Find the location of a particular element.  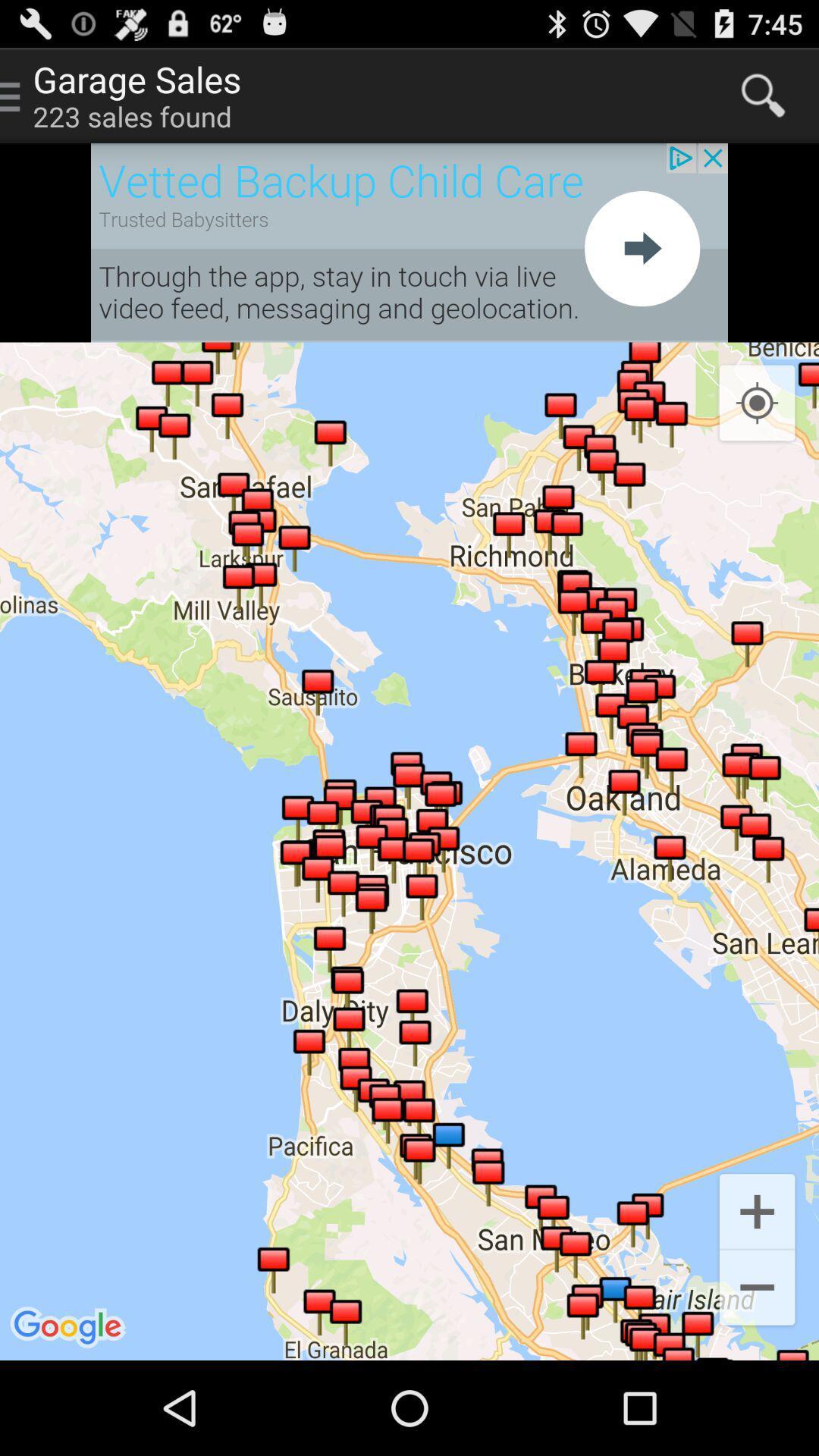

click the advertisement is located at coordinates (409, 243).